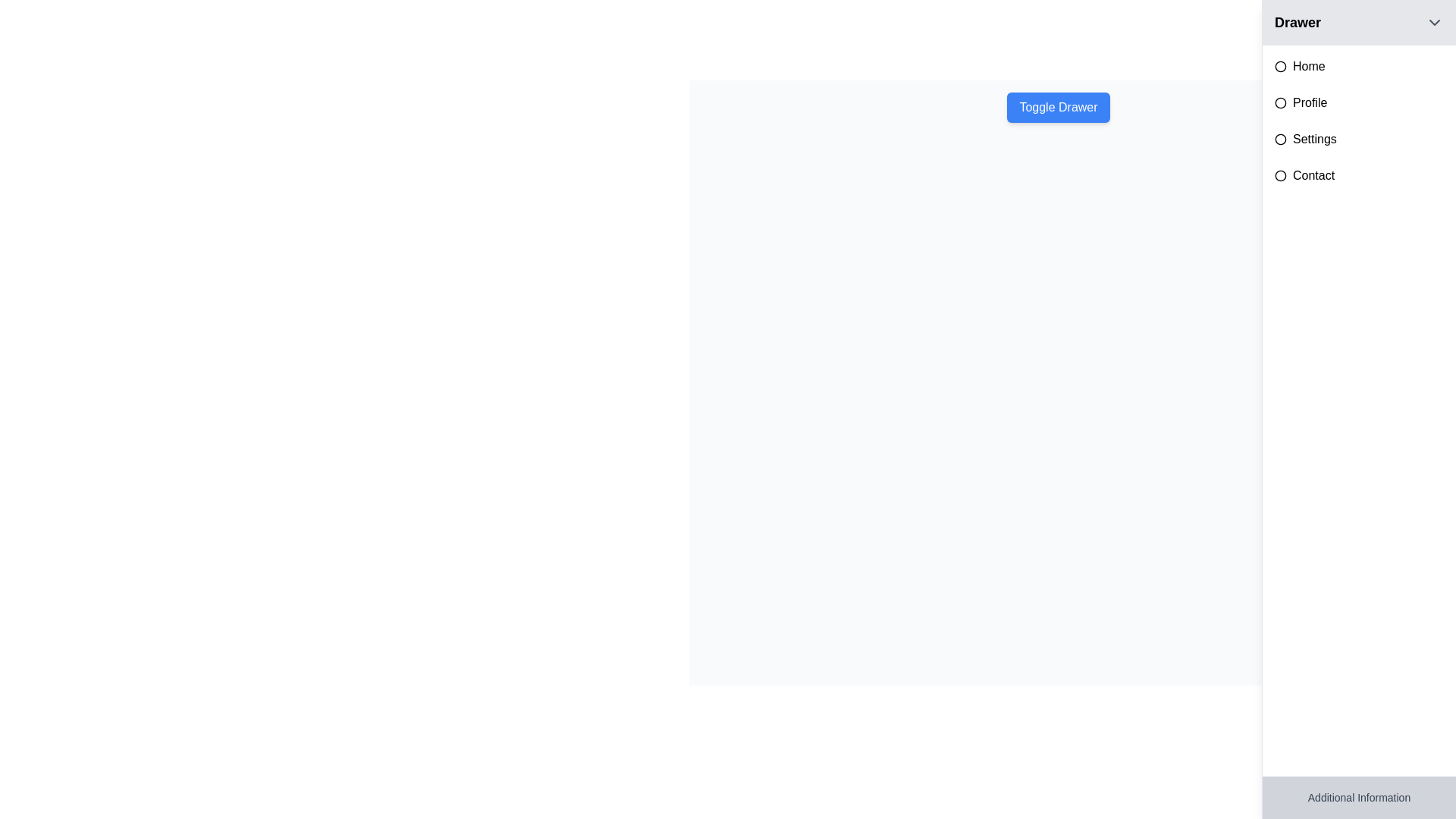 The height and width of the screenshot is (819, 1456). Describe the element at coordinates (1433, 23) in the screenshot. I see `the toggle button located at the rightmost side of the header section of the drawer interface to observe visual feedback` at that location.